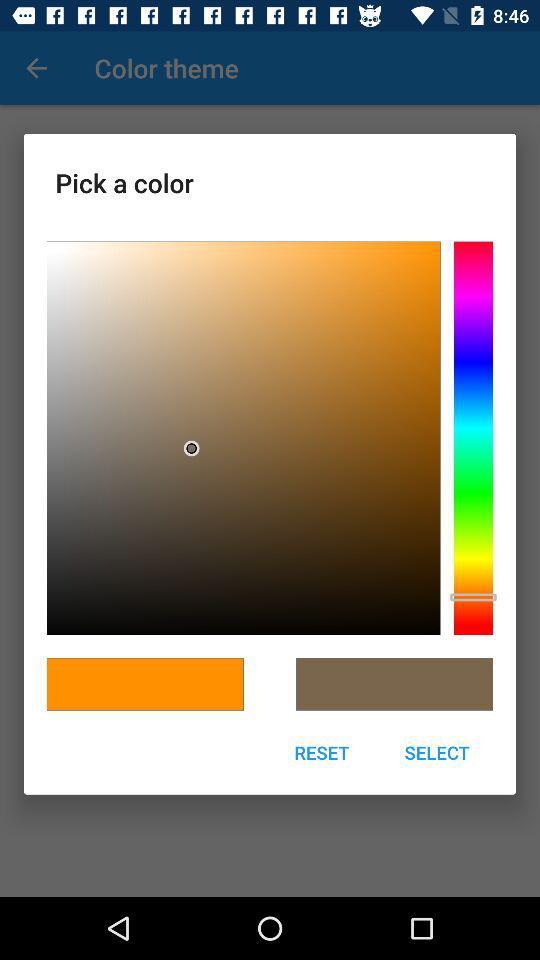 This screenshot has height=960, width=540. Describe the element at coordinates (321, 751) in the screenshot. I see `reset item` at that location.